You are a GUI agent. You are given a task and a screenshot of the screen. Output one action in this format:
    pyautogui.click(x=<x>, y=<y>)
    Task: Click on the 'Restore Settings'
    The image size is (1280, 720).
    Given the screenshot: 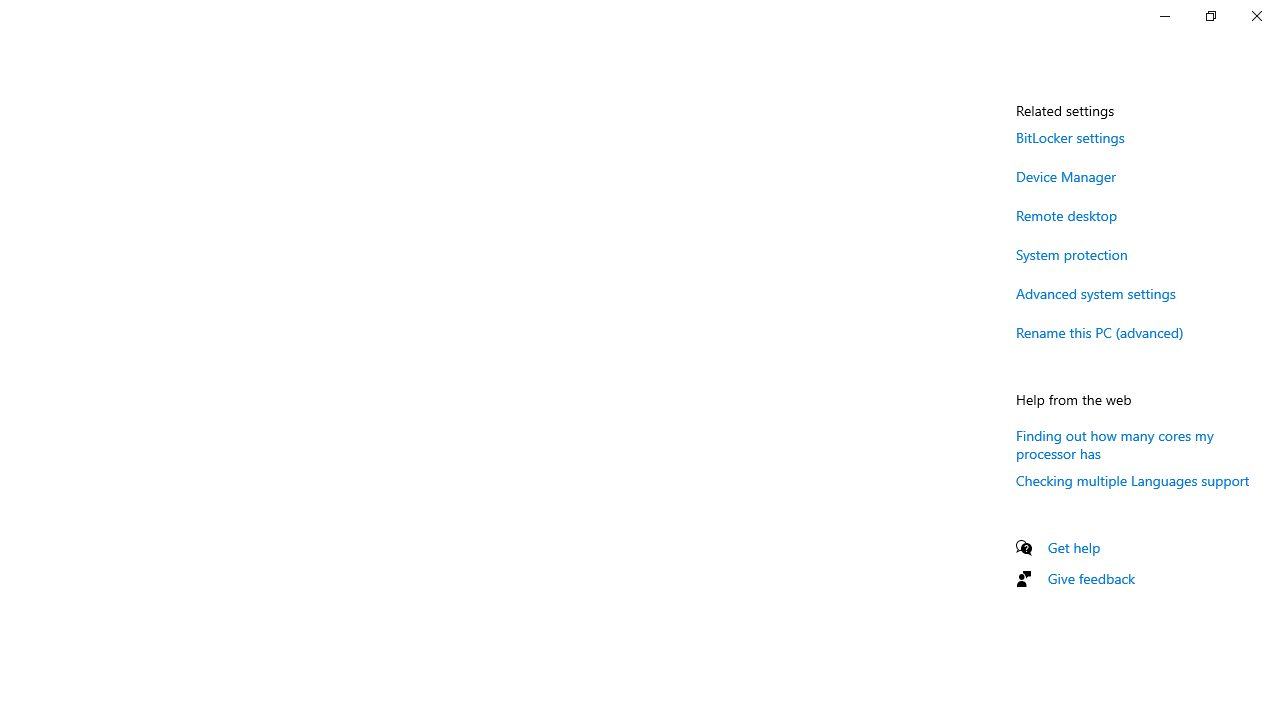 What is the action you would take?
    pyautogui.click(x=1209, y=15)
    